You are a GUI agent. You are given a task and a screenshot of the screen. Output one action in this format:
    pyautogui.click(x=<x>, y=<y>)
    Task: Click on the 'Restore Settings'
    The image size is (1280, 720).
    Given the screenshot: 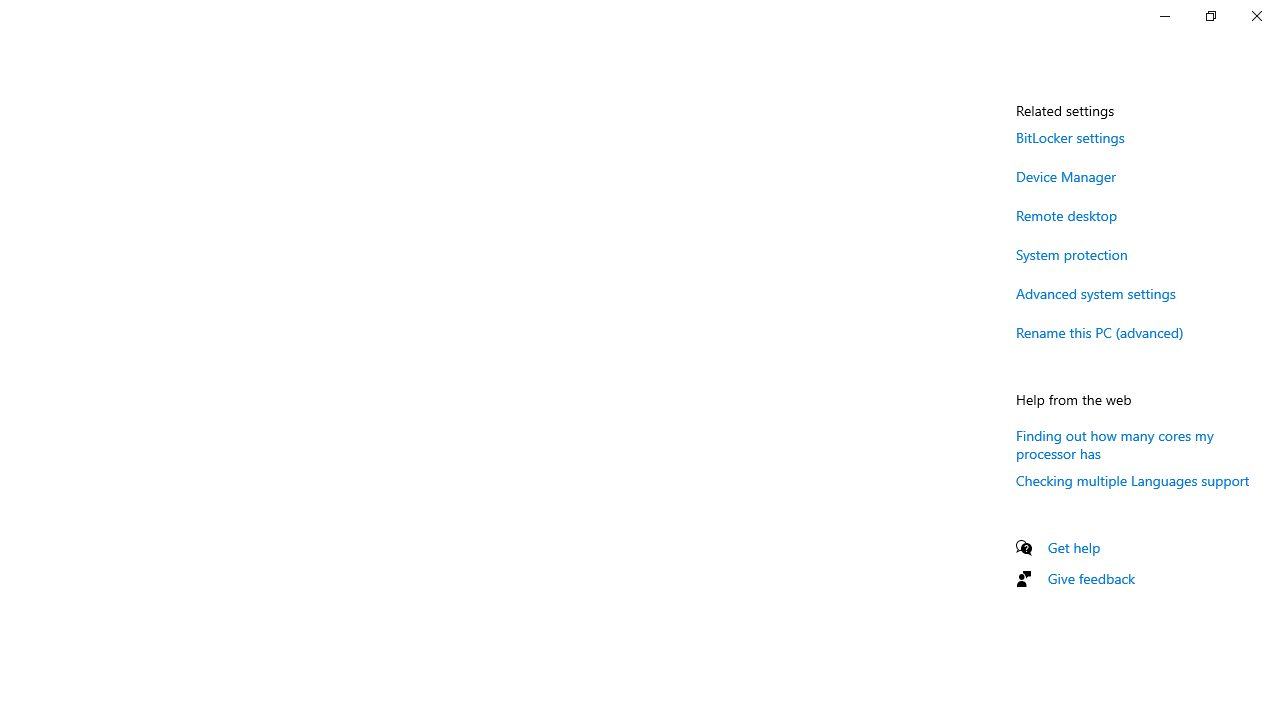 What is the action you would take?
    pyautogui.click(x=1209, y=15)
    